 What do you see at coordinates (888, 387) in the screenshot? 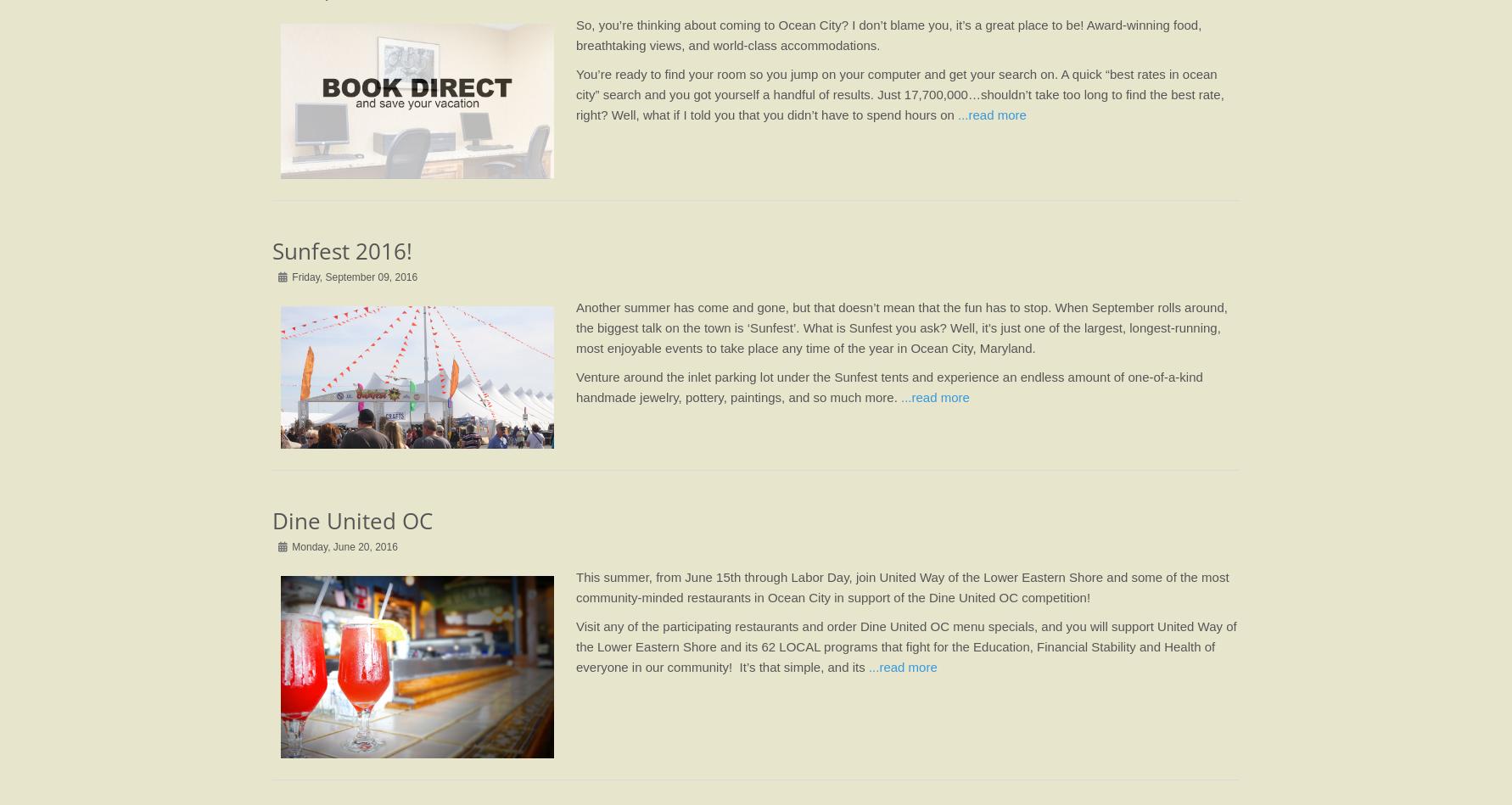
I see `'Venture around the inlet parking lot under the Sunfest tents and experience an endless amount of one-of-a-kind handmade jewelry, pottery, paintings, and so much more.'` at bounding box center [888, 387].